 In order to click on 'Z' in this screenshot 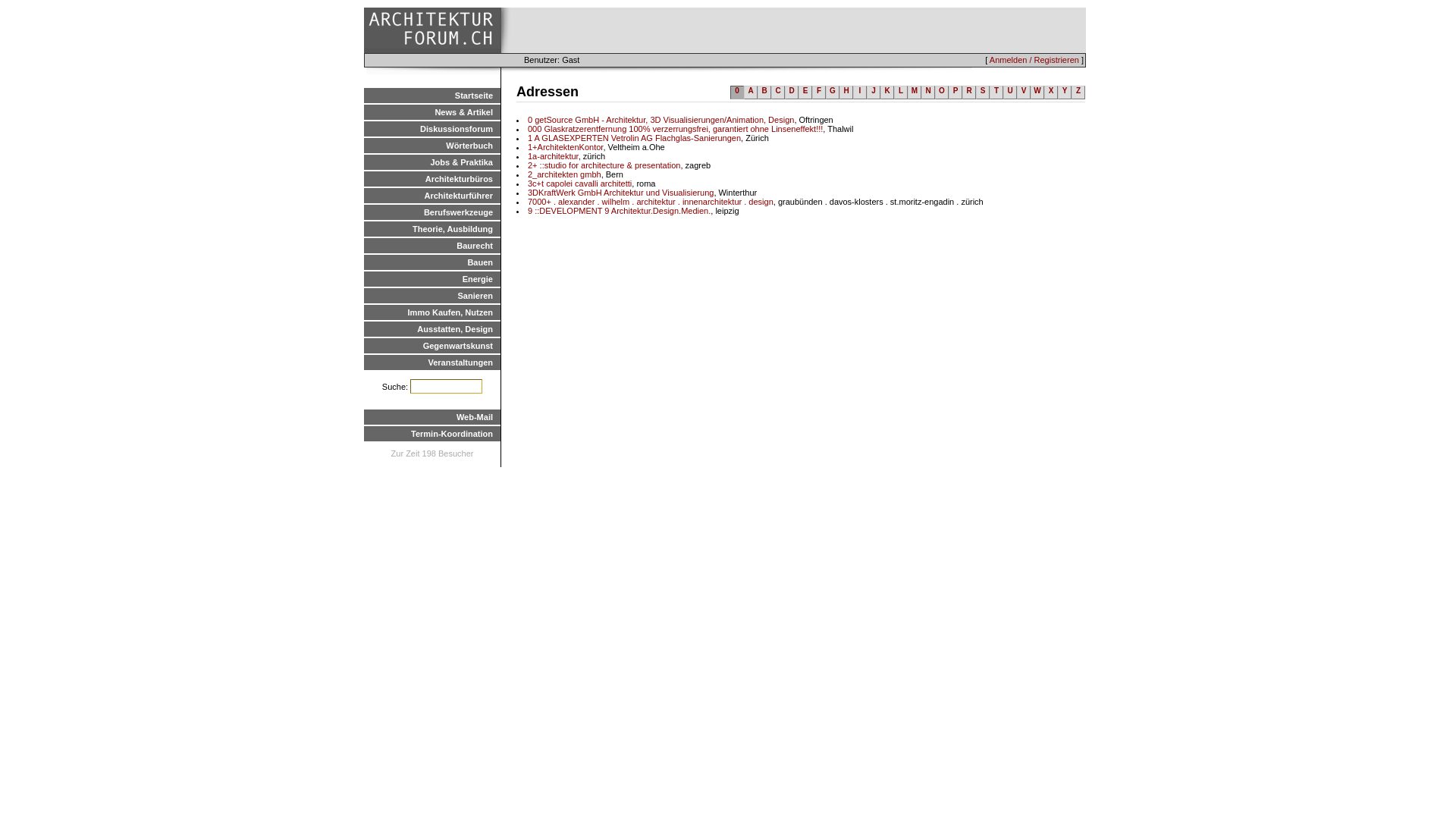, I will do `click(1077, 93)`.